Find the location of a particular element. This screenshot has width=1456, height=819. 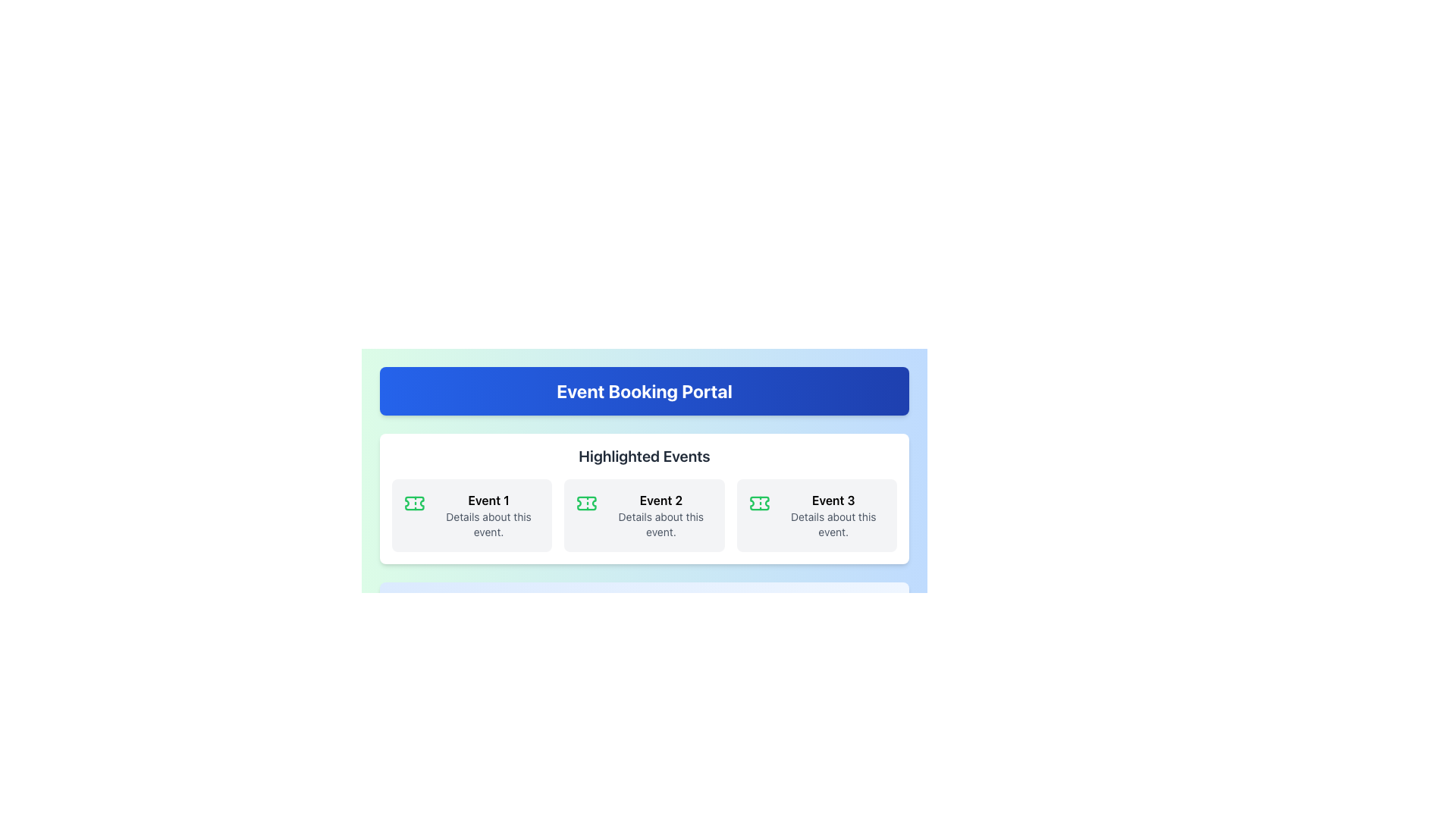

the text label 'Event 3' located in the top region of the third card under the 'Highlighted Events' header, which is distinguishable by its bold font style is located at coordinates (833, 500).